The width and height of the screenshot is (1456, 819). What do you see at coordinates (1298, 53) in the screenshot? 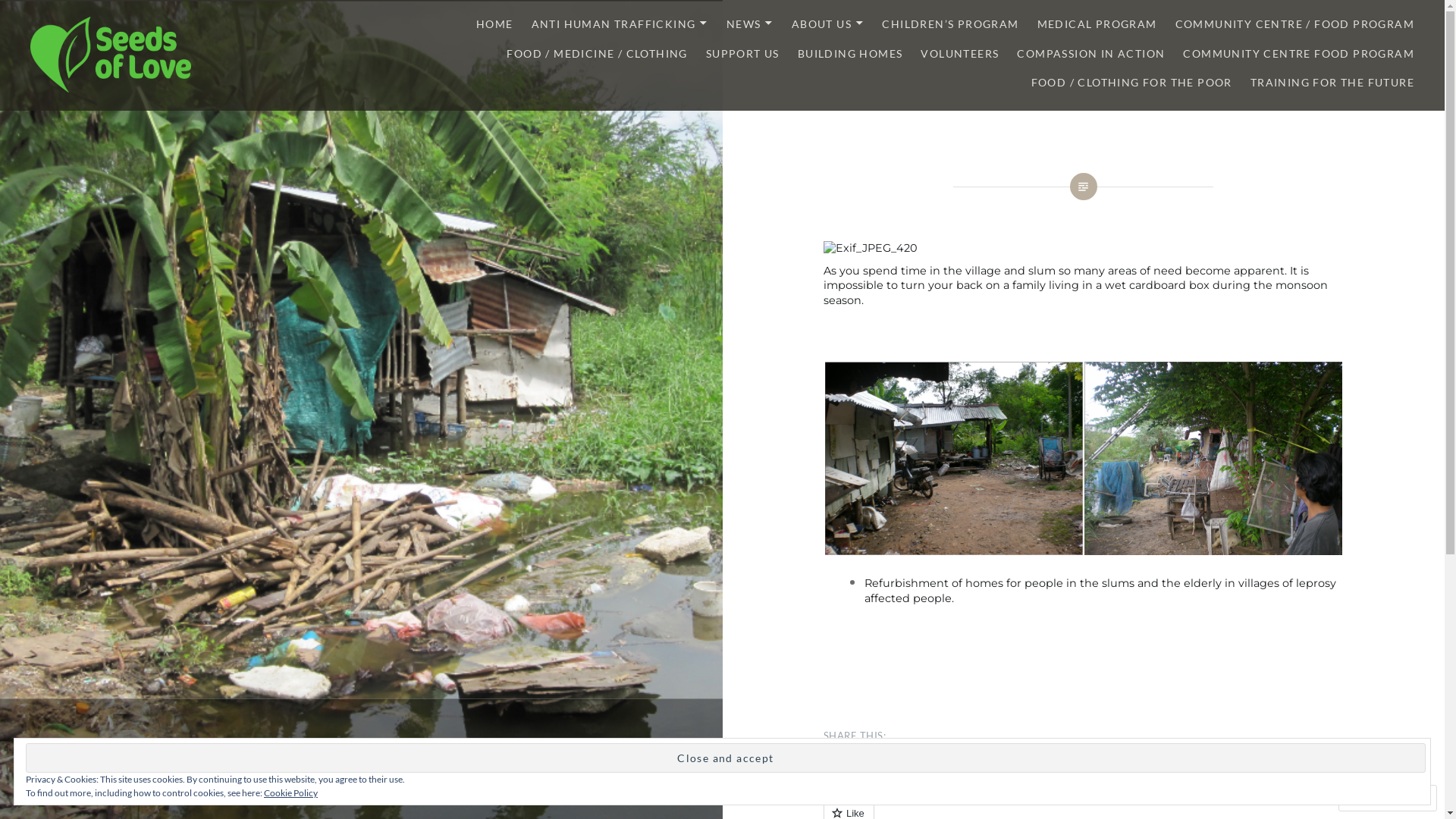
I see `'COMMUNITY CENTRE FOOD PROGRAM'` at bounding box center [1298, 53].